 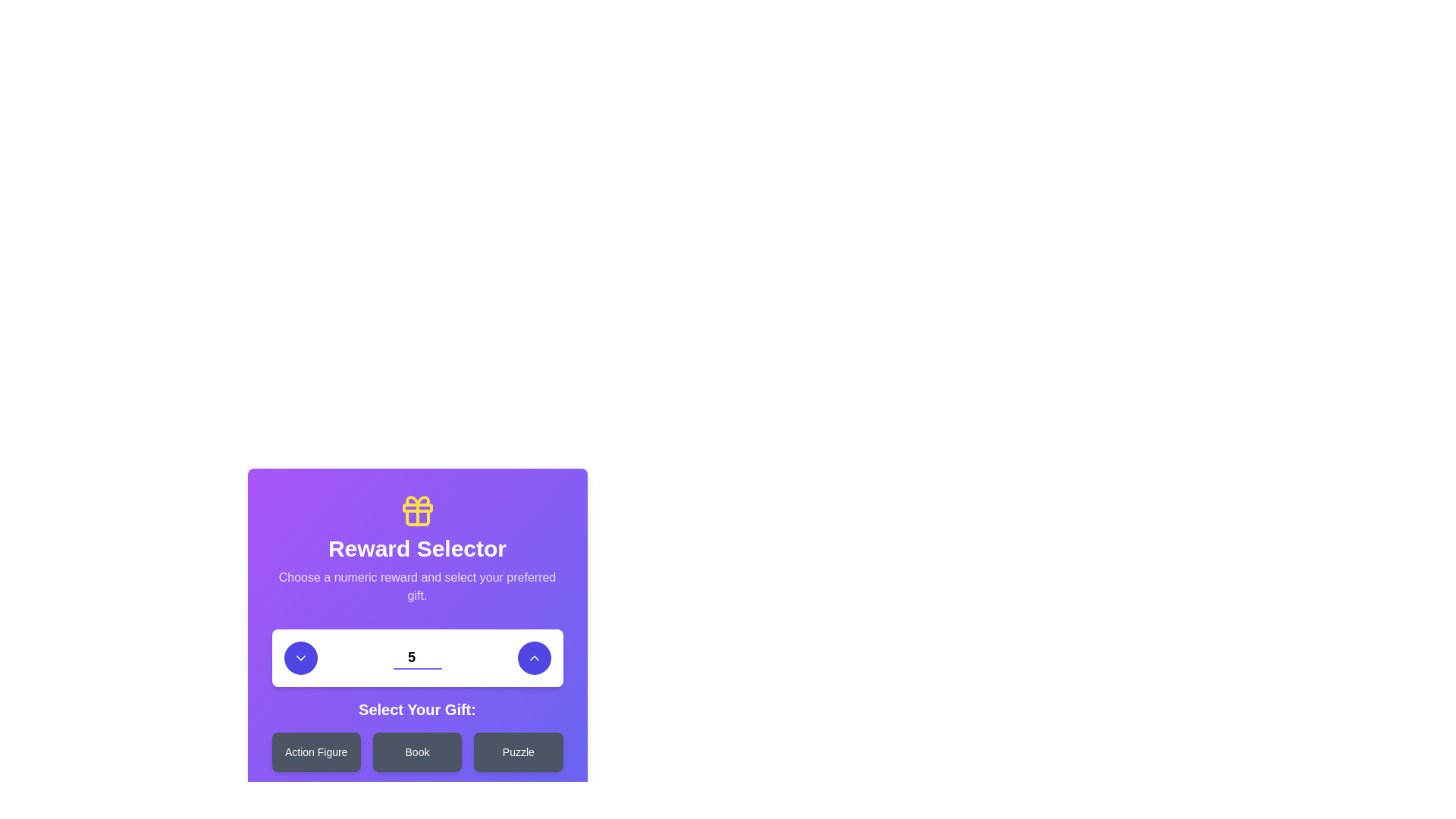 What do you see at coordinates (315, 752) in the screenshot?
I see `the interactive button that selects 'Action Figure' within the reward selection process` at bounding box center [315, 752].